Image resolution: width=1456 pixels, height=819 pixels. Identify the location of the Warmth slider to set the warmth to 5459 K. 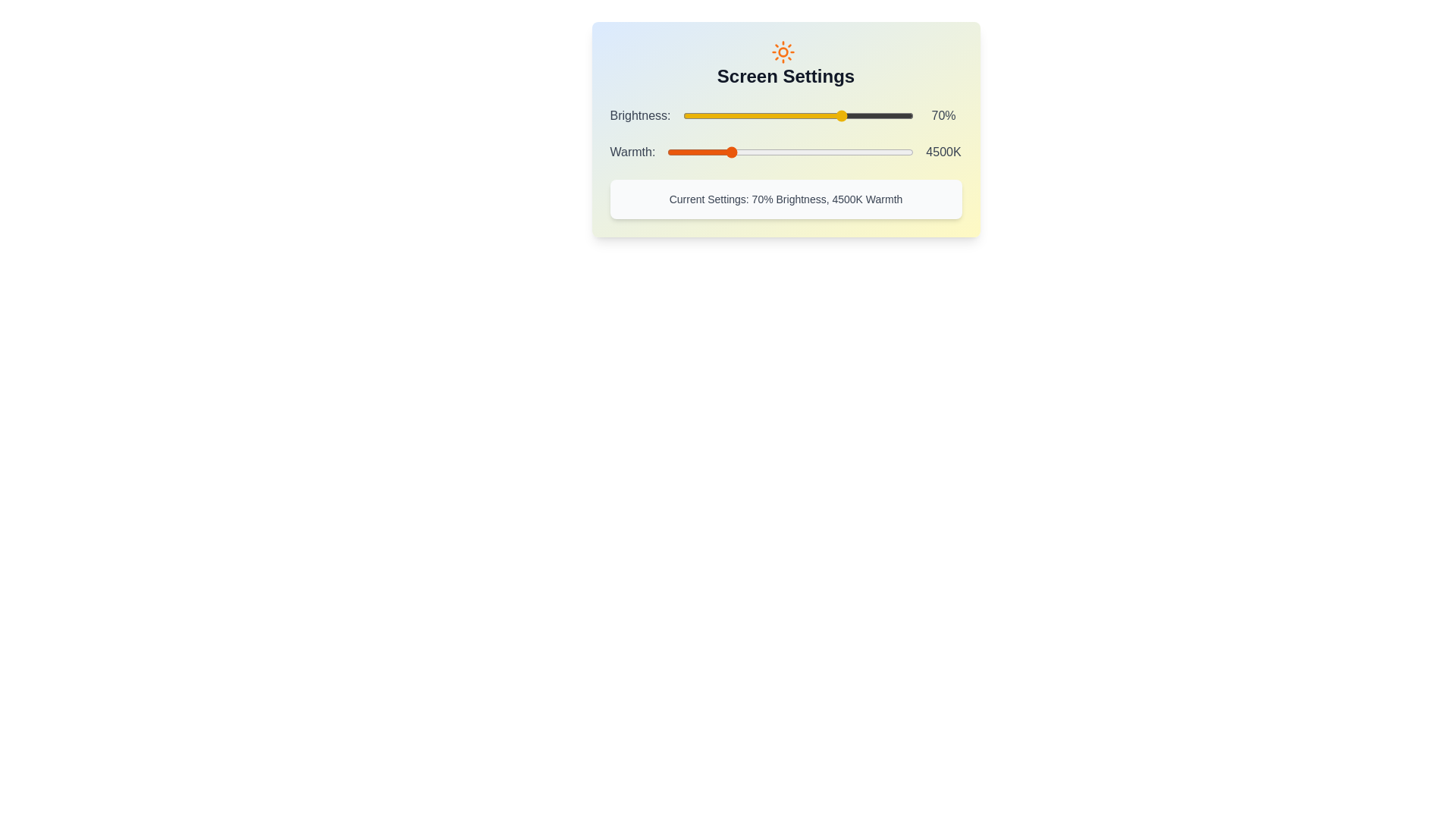
(768, 152).